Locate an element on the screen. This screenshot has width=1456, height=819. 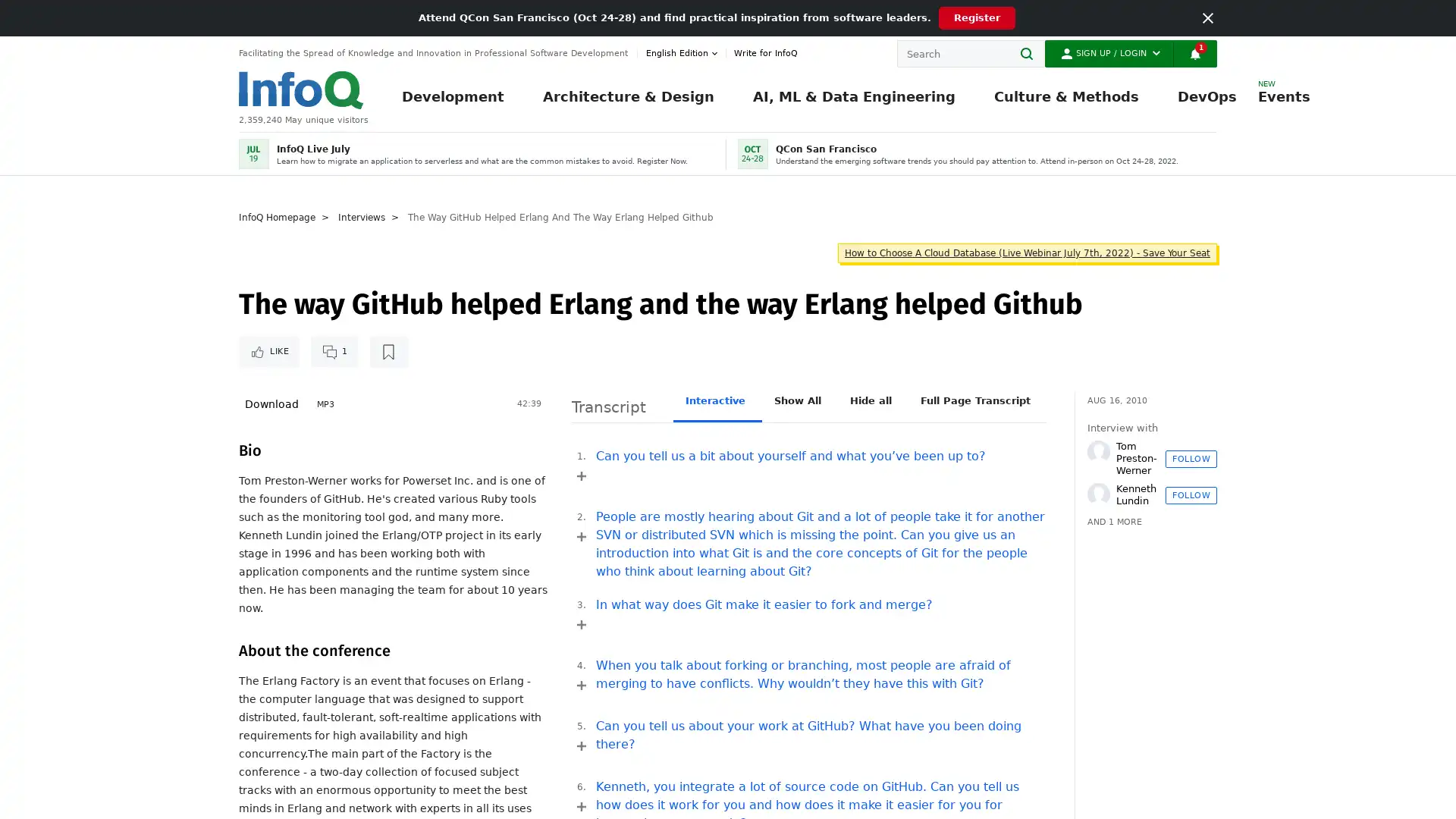
Search is located at coordinates (1031, 52).